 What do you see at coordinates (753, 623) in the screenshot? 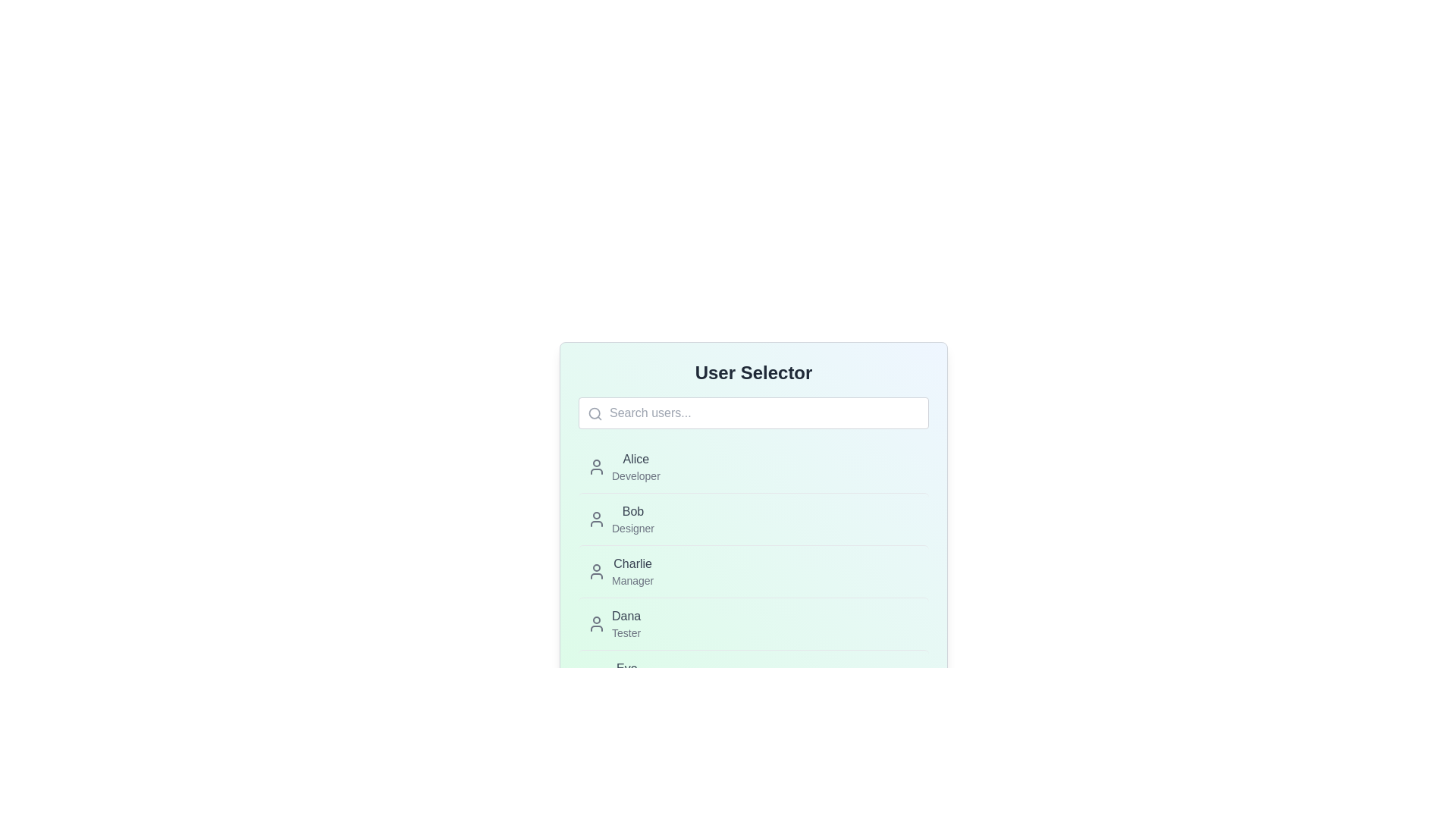
I see `the user list item representing Dana, who has the role of 'Tester'` at bounding box center [753, 623].